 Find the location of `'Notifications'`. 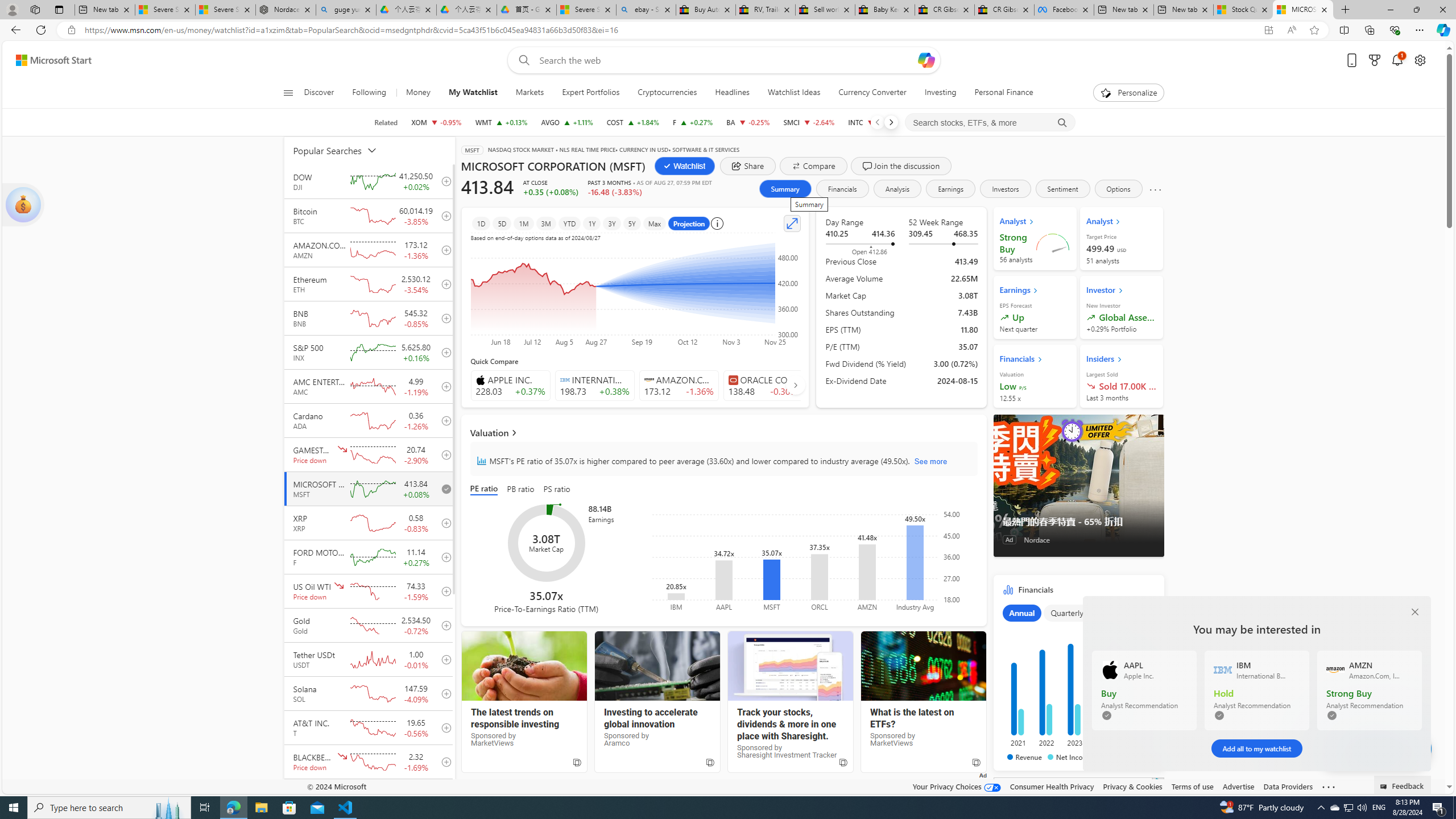

'Notifications' is located at coordinates (1397, 60).